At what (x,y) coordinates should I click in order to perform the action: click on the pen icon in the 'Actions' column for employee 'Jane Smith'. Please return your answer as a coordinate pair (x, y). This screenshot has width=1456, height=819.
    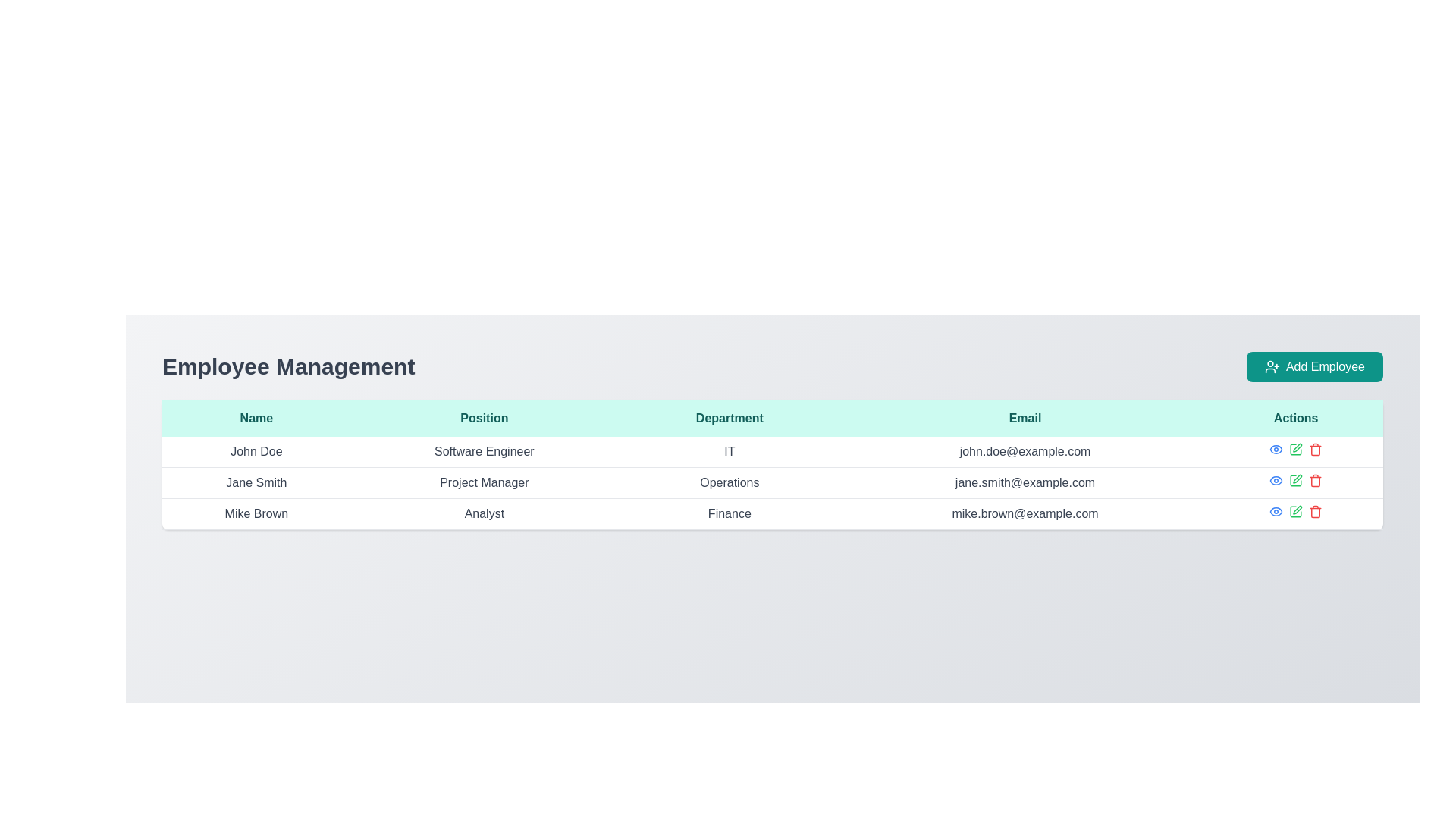
    Looking at the image, I should click on (1297, 447).